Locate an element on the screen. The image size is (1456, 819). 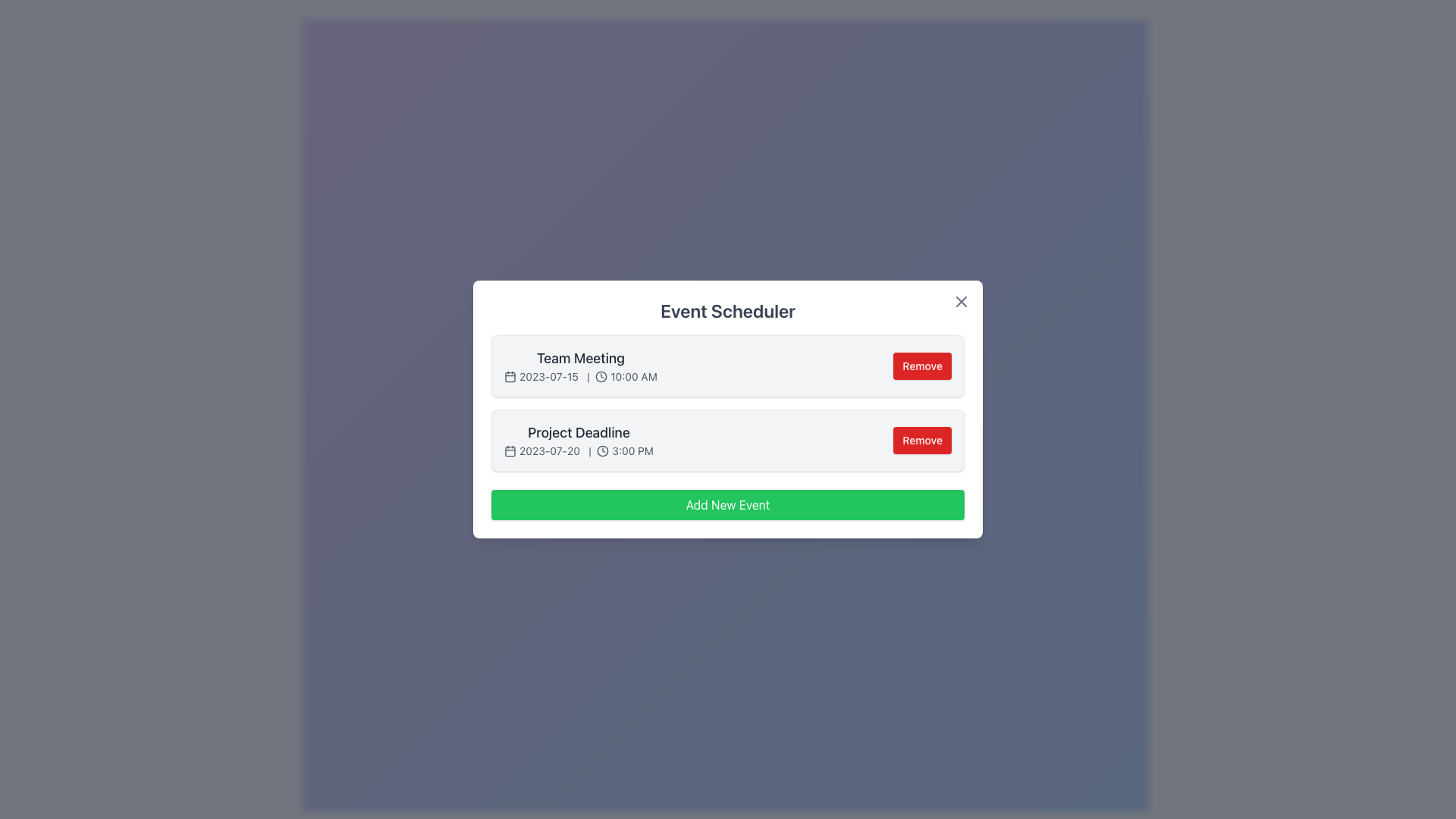
information displayed in the text label showing 'Team Meeting 2023-07-15 | 10:00 AM', which includes the title and the date and time is located at coordinates (579, 366).